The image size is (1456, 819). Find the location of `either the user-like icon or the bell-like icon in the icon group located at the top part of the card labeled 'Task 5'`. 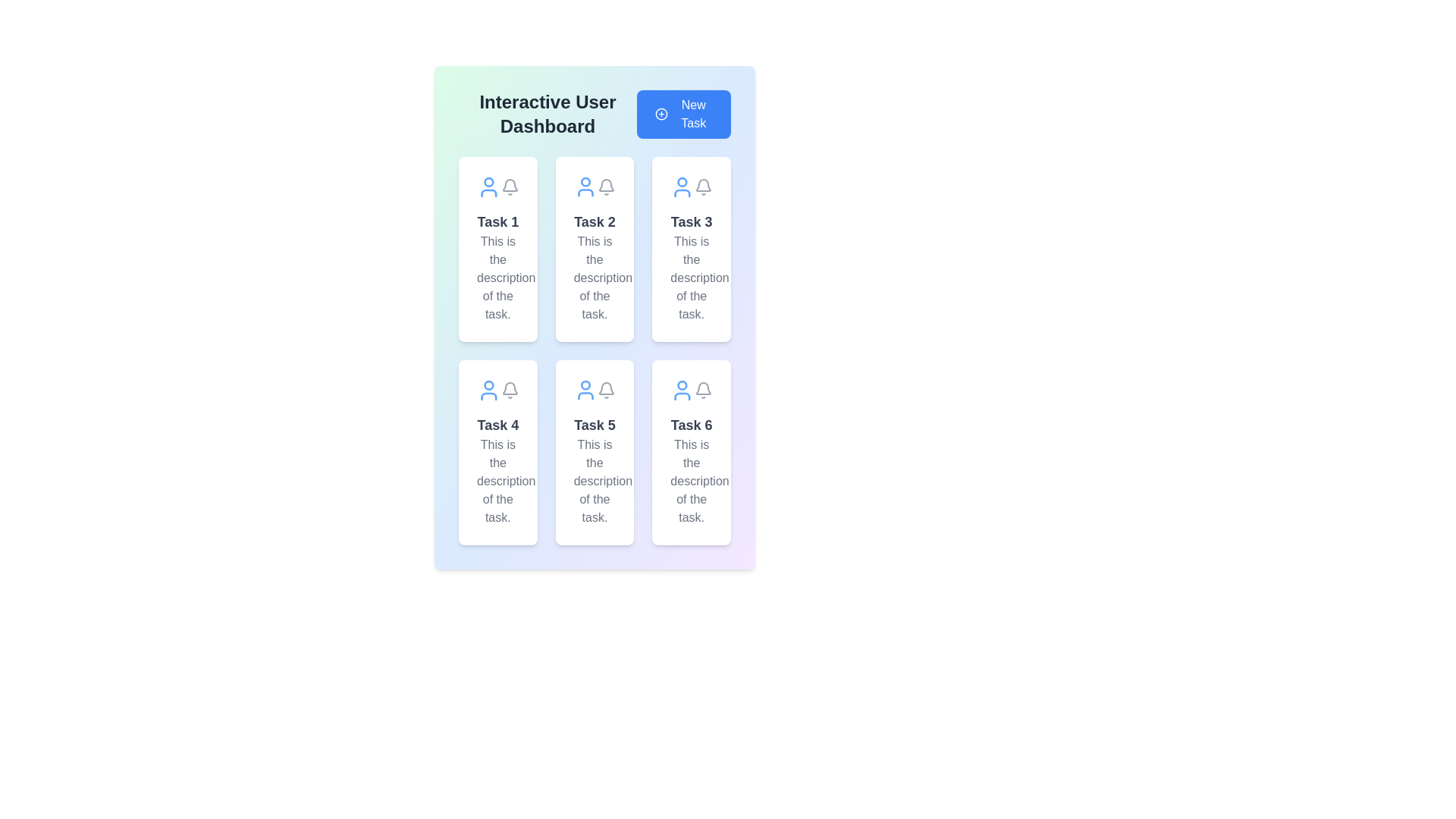

either the user-like icon or the bell-like icon in the icon group located at the top part of the card labeled 'Task 5' is located at coordinates (594, 390).